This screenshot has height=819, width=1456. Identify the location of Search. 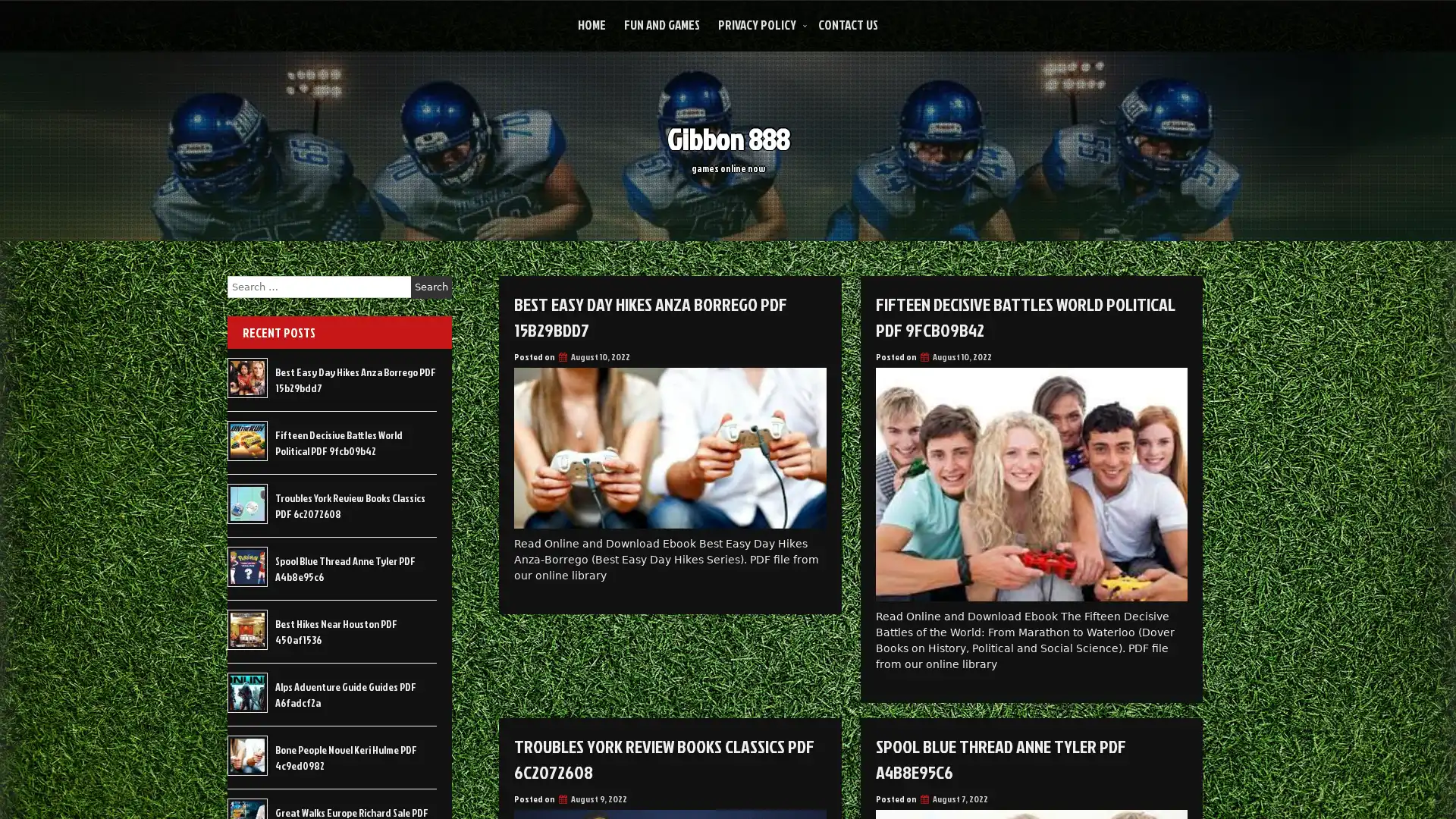
(431, 287).